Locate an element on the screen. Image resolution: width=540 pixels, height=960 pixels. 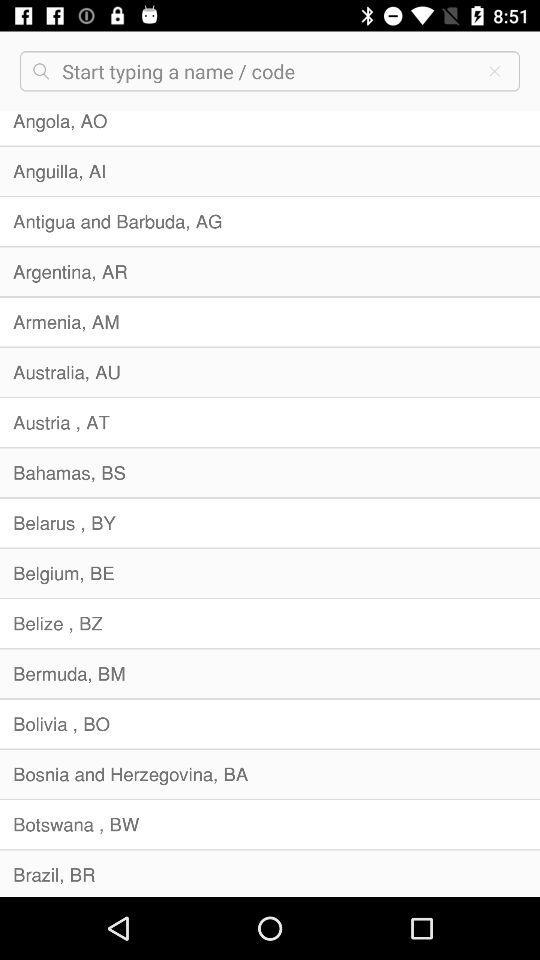
the brazil, br icon is located at coordinates (270, 872).